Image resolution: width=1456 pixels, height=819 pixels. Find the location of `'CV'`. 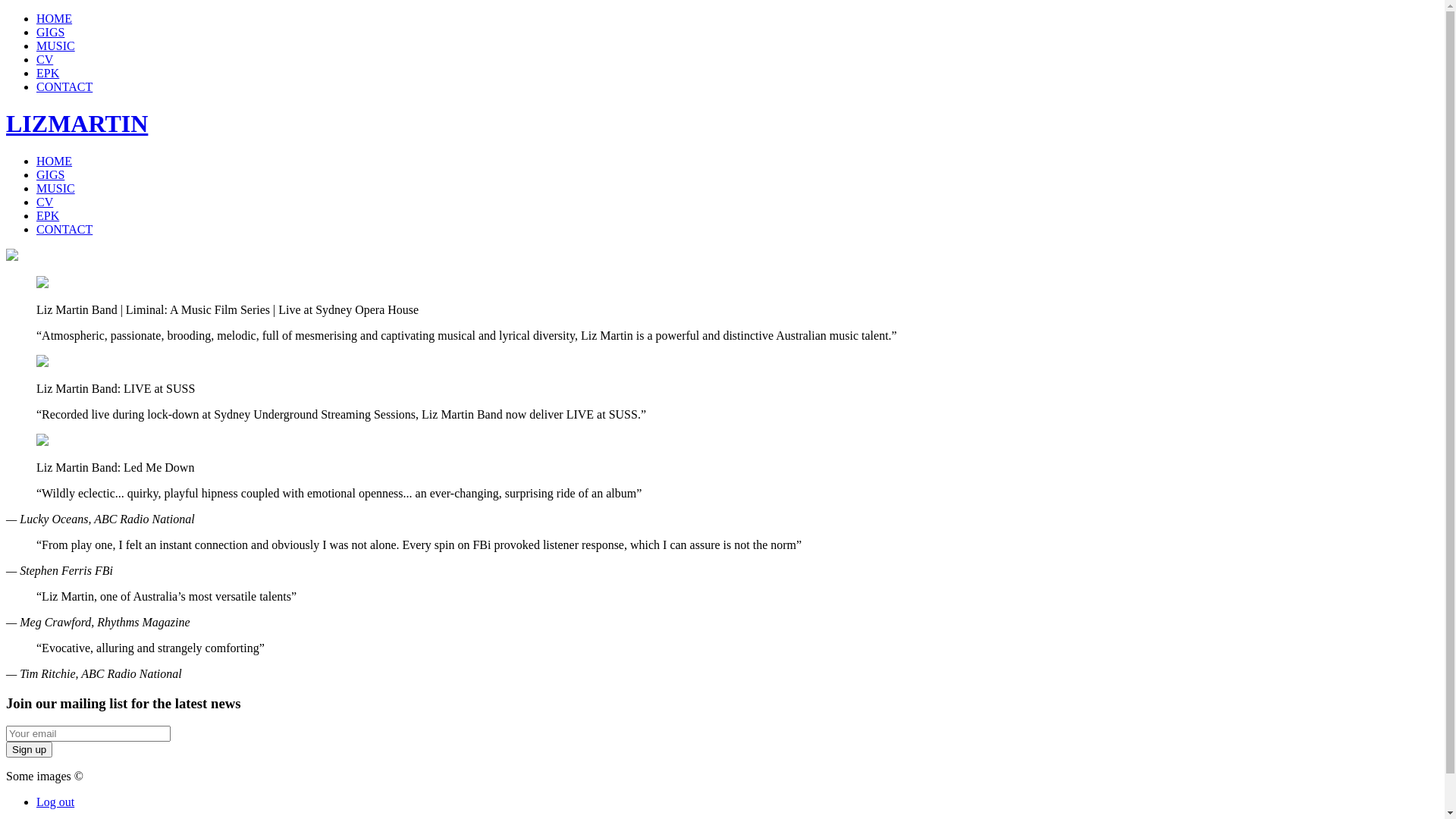

'CV' is located at coordinates (36, 58).